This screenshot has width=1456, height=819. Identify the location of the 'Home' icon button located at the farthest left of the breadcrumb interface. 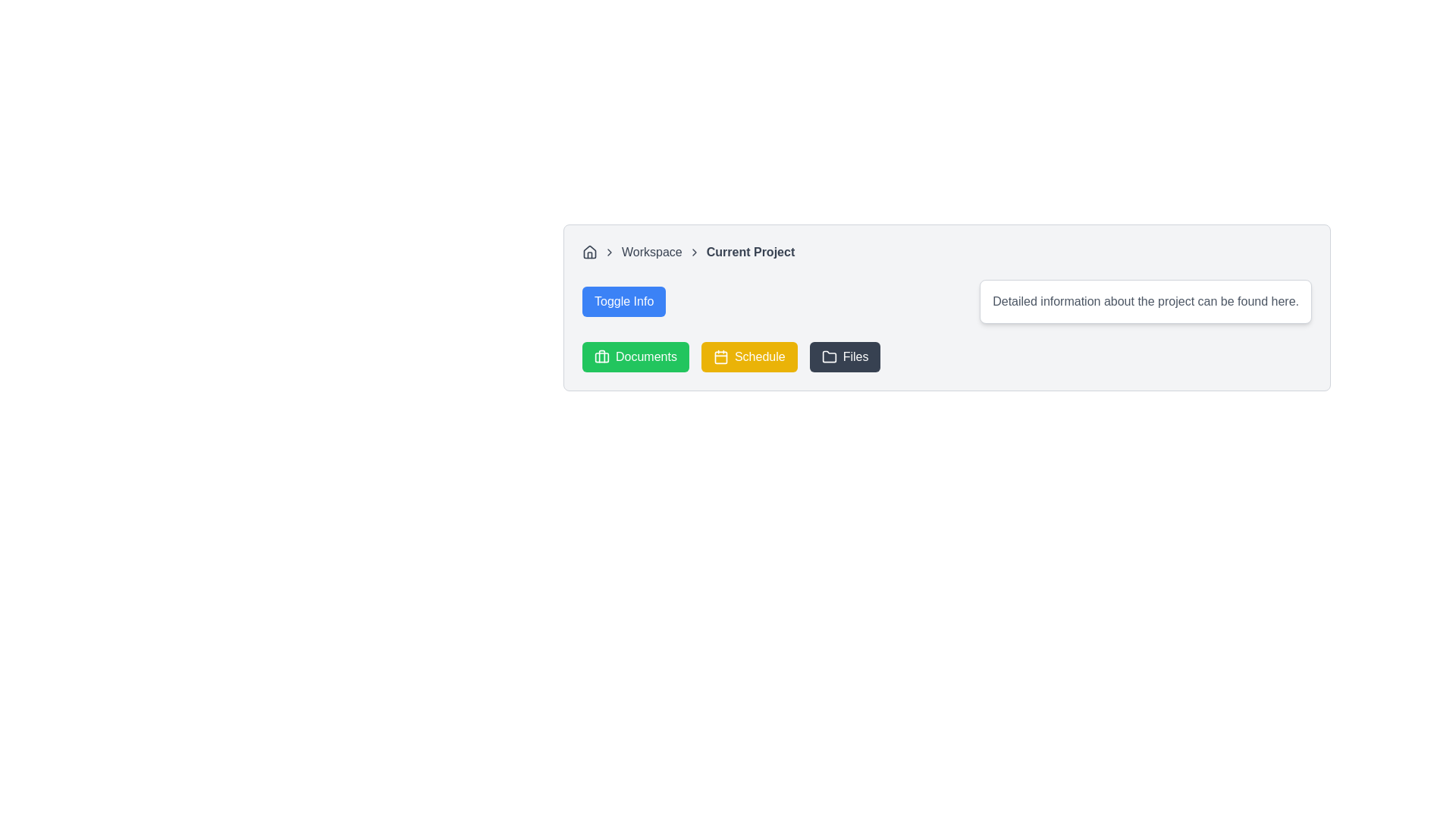
(588, 251).